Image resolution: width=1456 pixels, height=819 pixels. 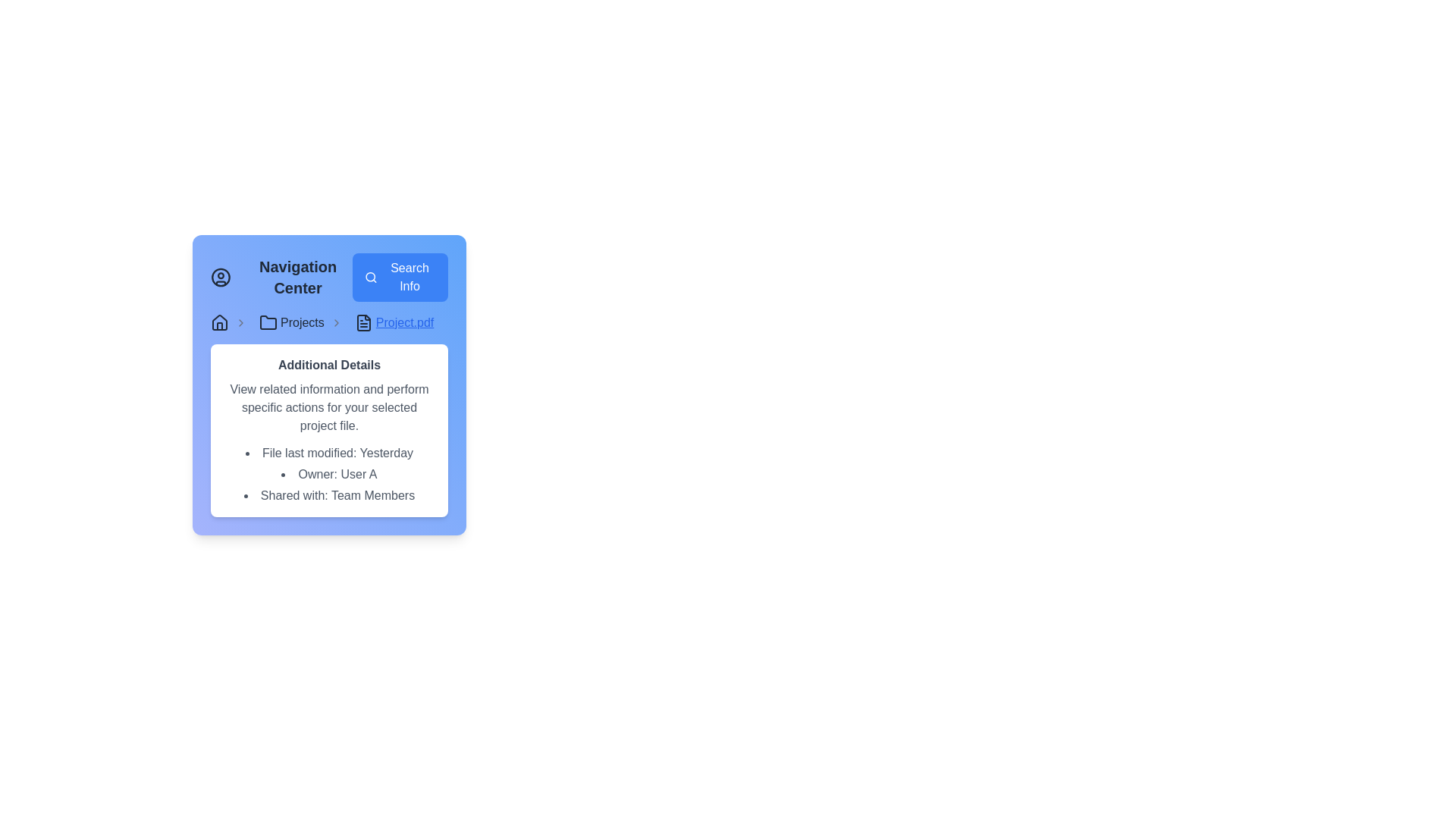 What do you see at coordinates (328, 496) in the screenshot?
I see `the text label displaying 'Shared with: Team Members' which is the last entry in the 'Additional Details' section, located within a white rectangular section with a light blue background` at bounding box center [328, 496].